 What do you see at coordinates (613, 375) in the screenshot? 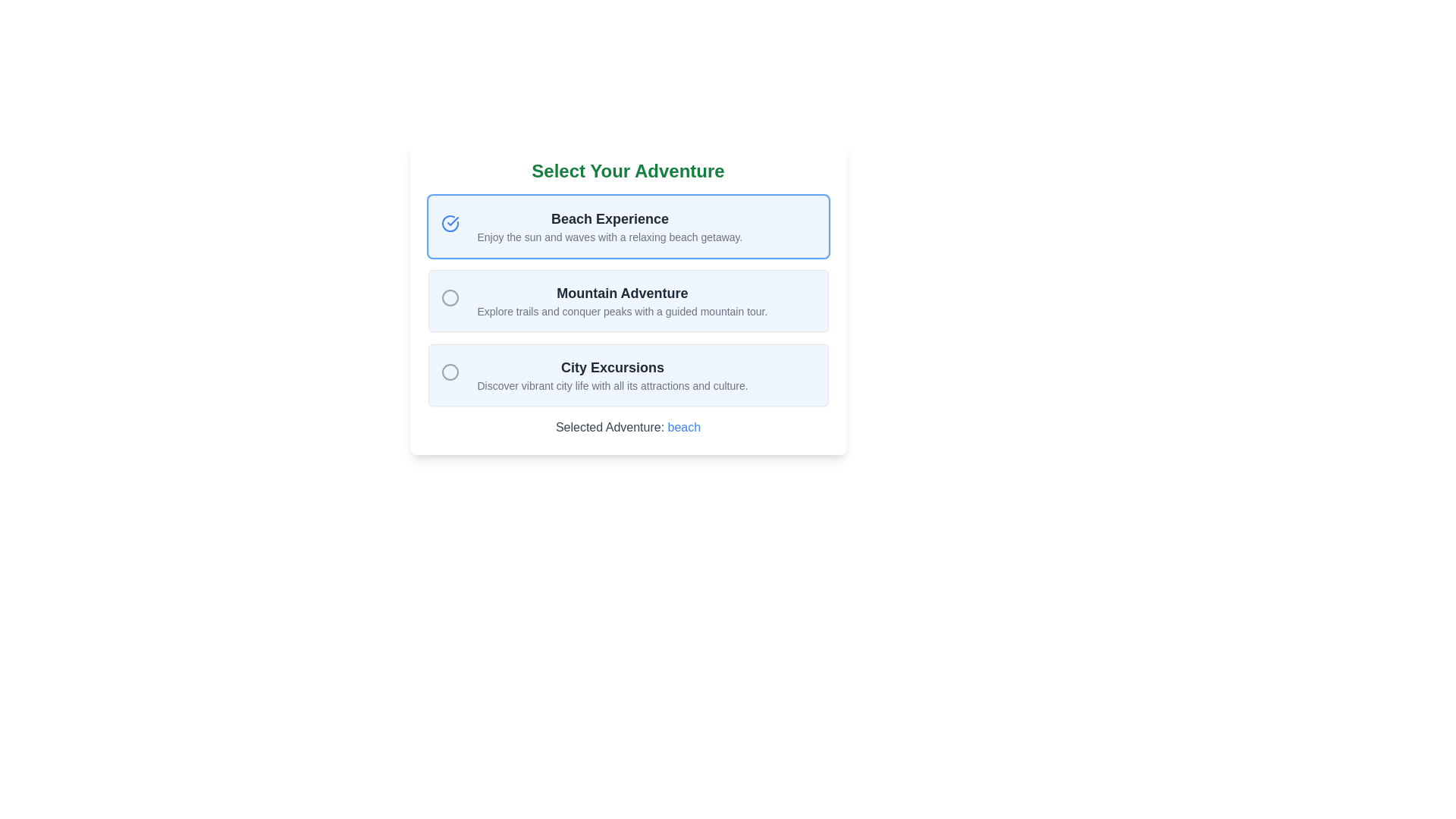
I see `the informational text about 'City Excursions' in the selection menu for activities` at bounding box center [613, 375].